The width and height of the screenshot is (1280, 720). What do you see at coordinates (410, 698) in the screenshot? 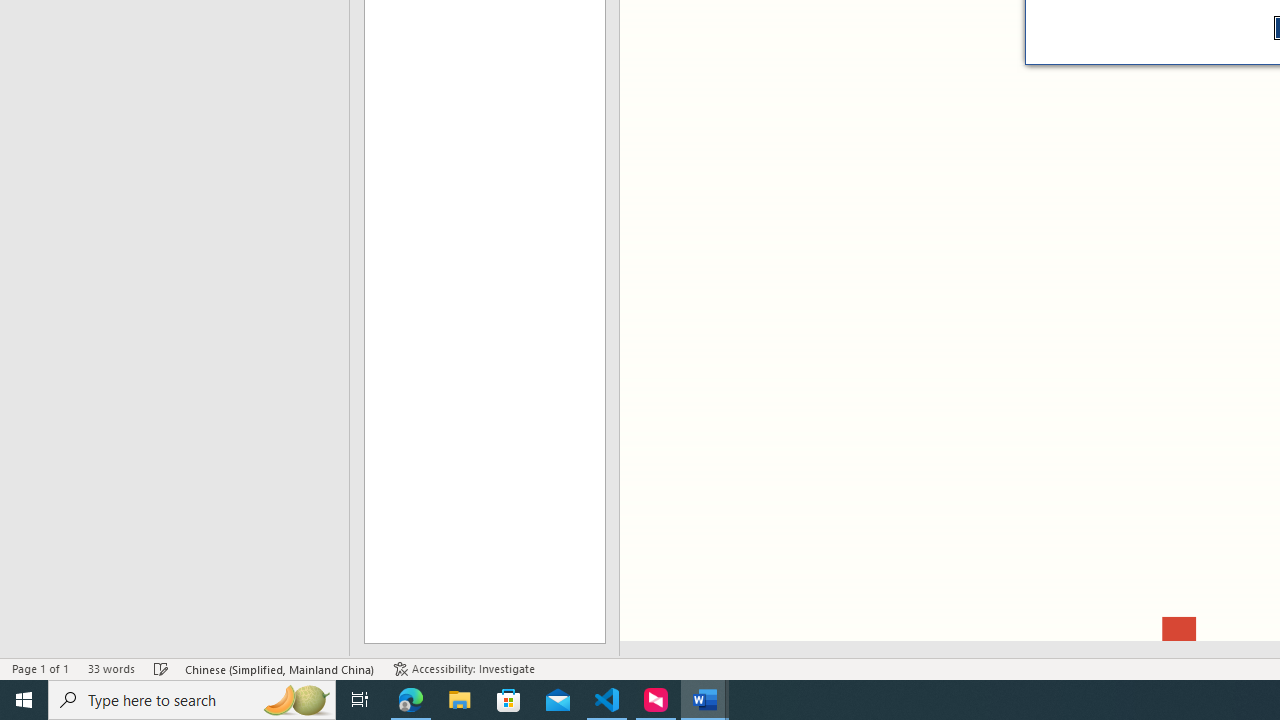
I see `'Microsoft Edge - 1 running window'` at bounding box center [410, 698].